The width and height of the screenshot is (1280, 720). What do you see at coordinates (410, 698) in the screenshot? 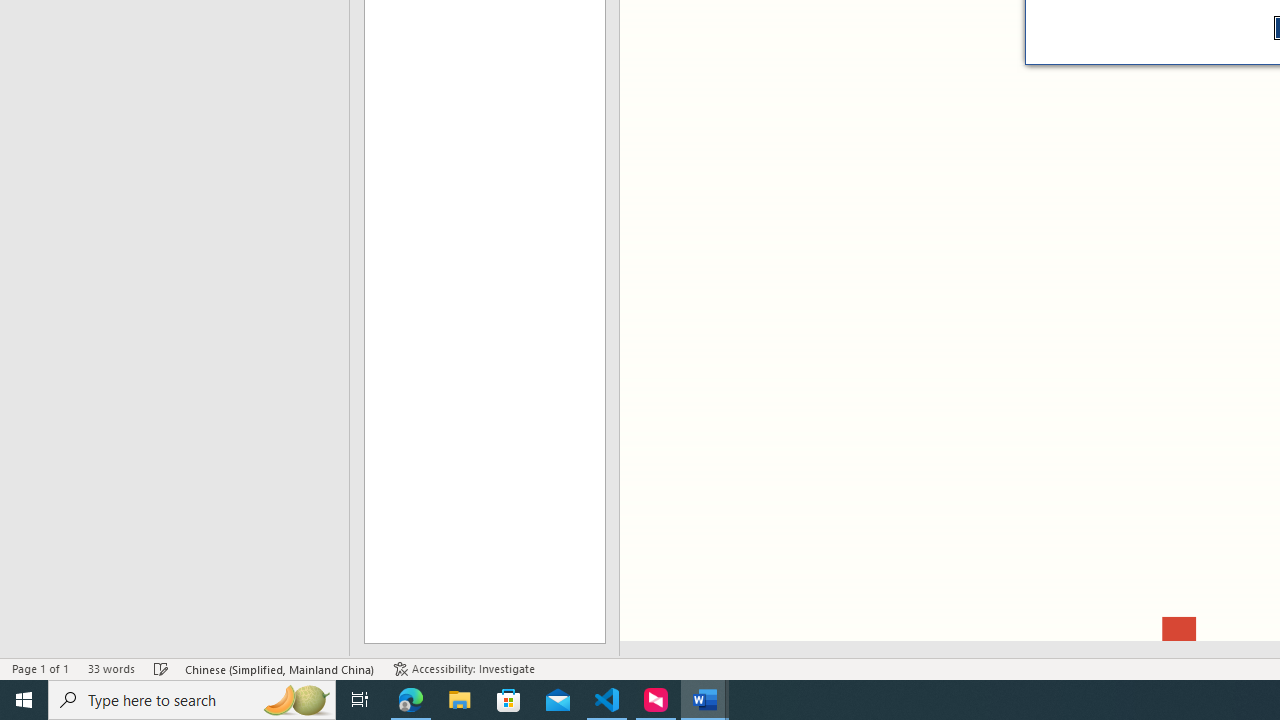
I see `'Microsoft Edge - 1 running window'` at bounding box center [410, 698].